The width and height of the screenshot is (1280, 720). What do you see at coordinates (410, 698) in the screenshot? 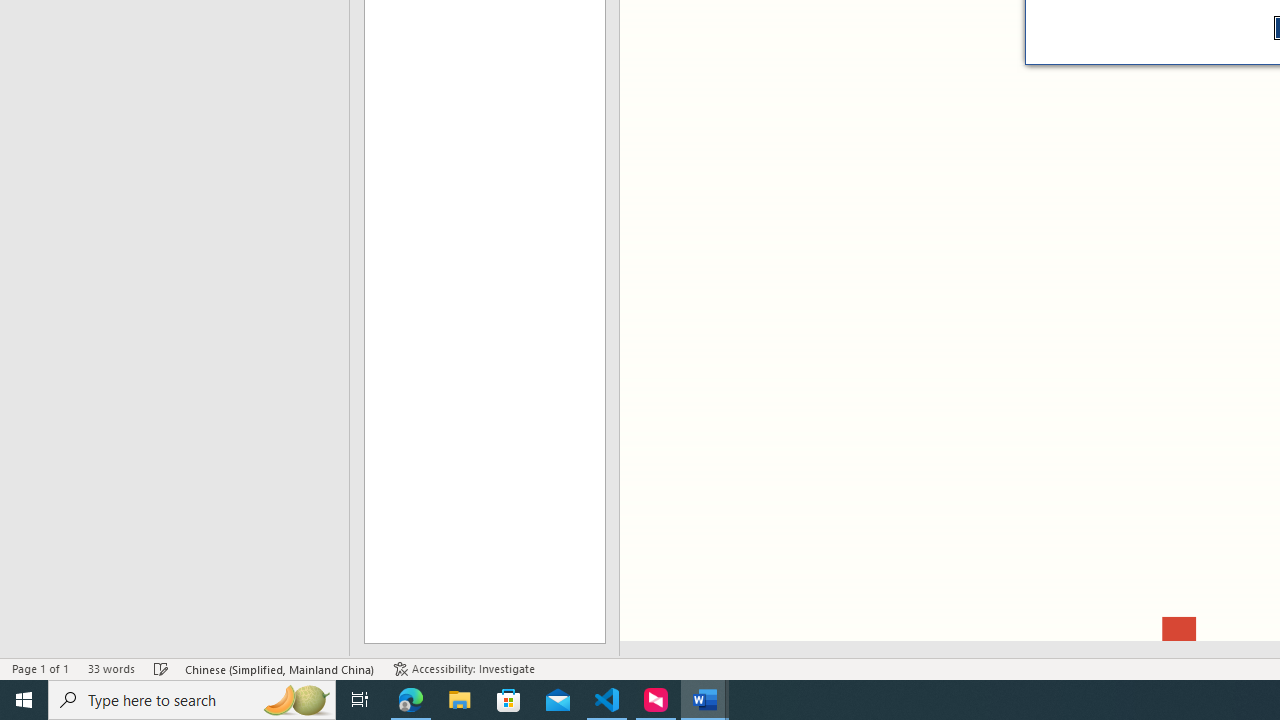
I see `'Microsoft Edge - 1 running window'` at bounding box center [410, 698].